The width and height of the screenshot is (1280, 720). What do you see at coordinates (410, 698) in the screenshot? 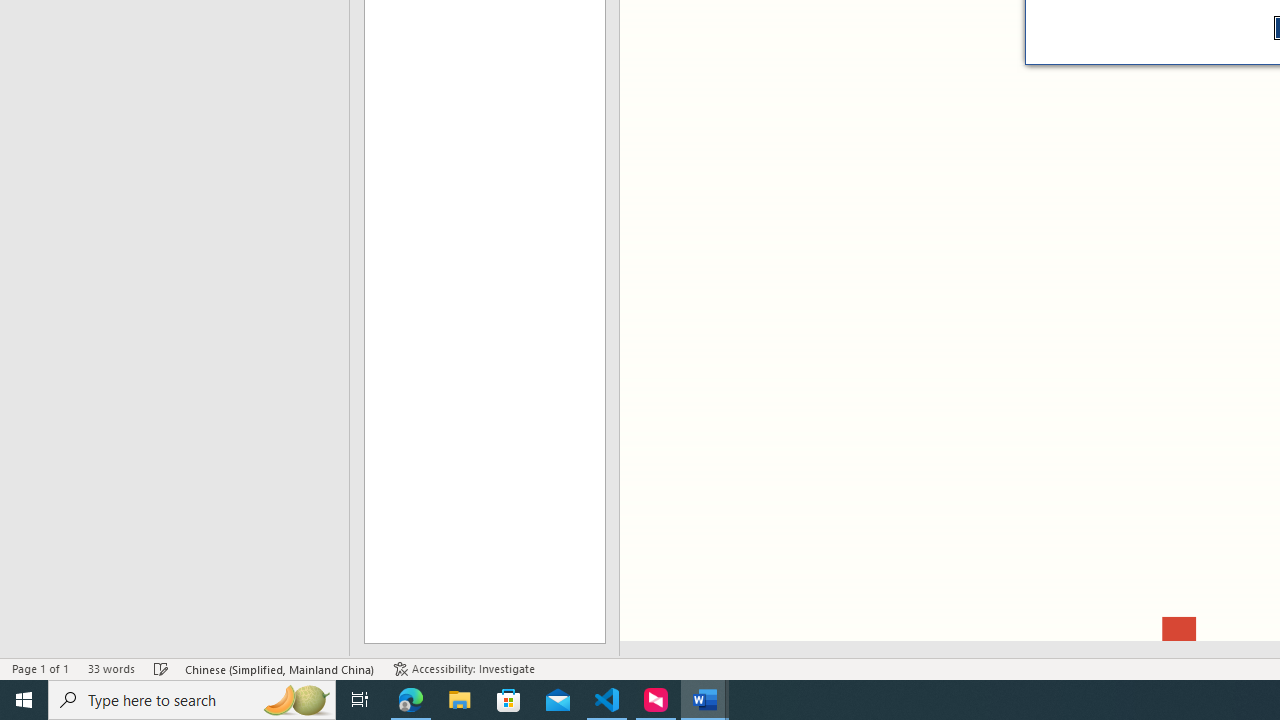
I see `'Microsoft Edge - 1 running window'` at bounding box center [410, 698].